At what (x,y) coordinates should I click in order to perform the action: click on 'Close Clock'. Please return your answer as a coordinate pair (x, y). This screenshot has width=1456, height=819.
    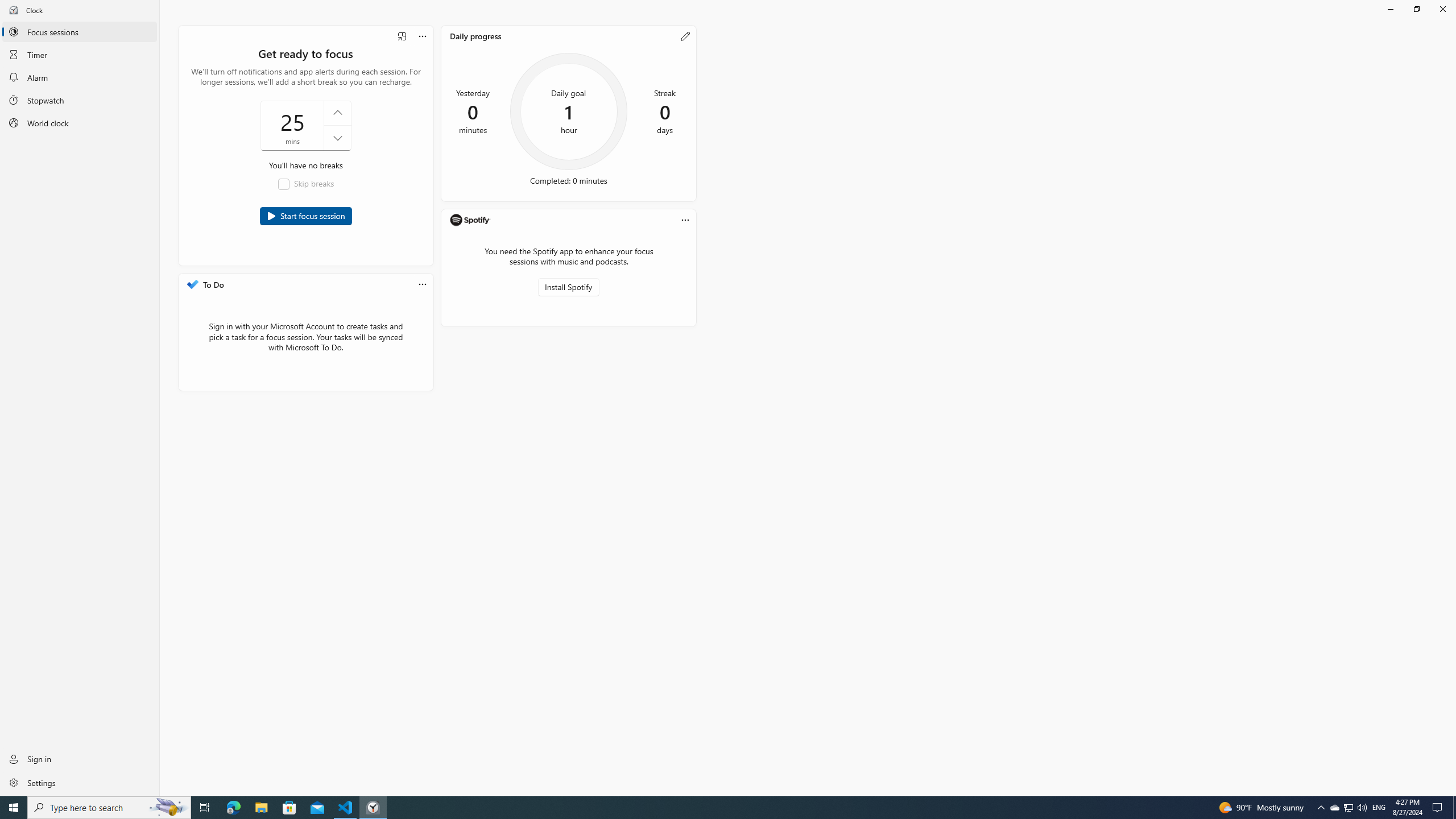
    Looking at the image, I should click on (1442, 9).